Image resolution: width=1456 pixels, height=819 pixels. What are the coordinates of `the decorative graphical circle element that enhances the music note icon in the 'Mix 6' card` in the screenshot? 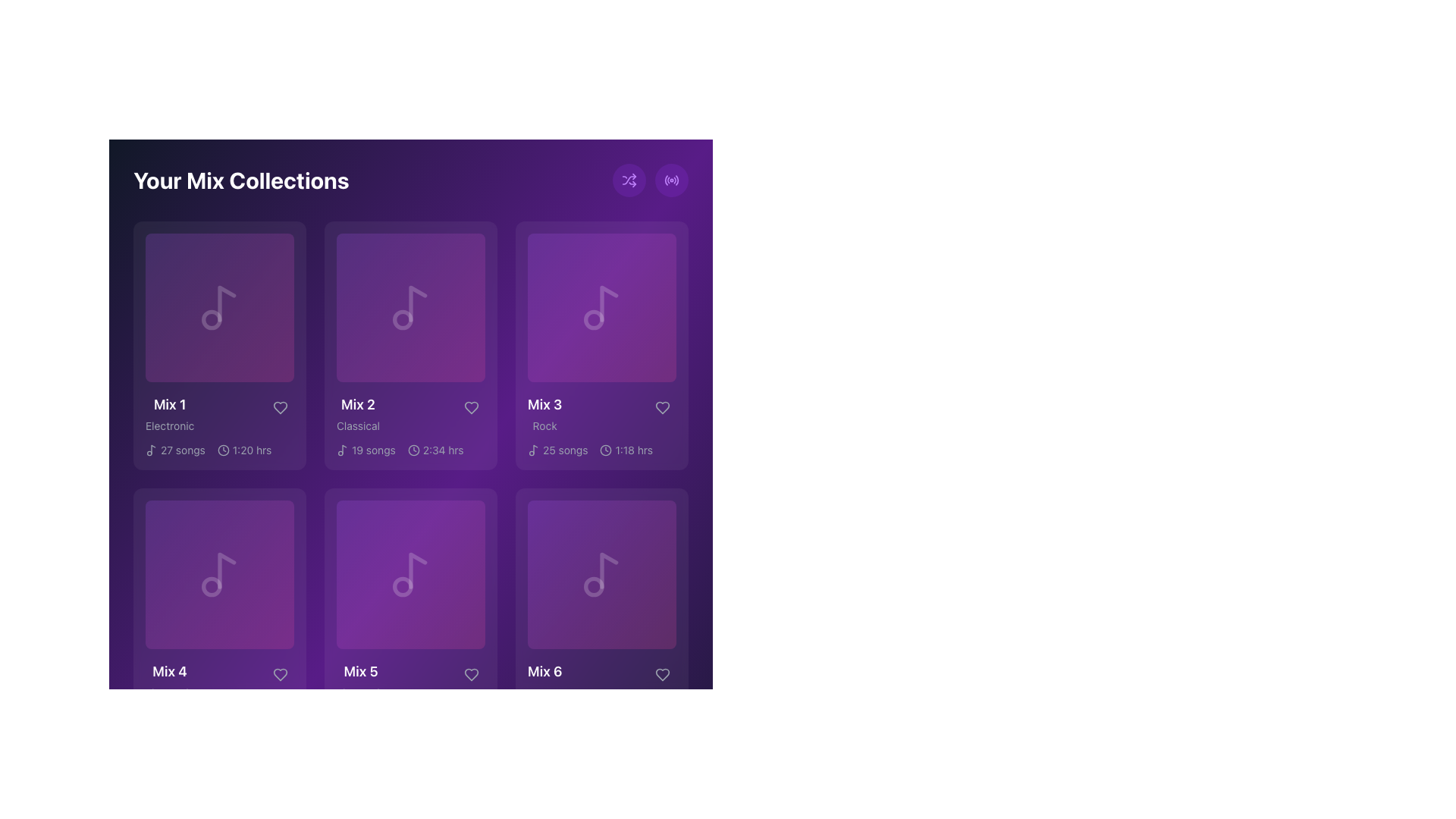 It's located at (593, 586).